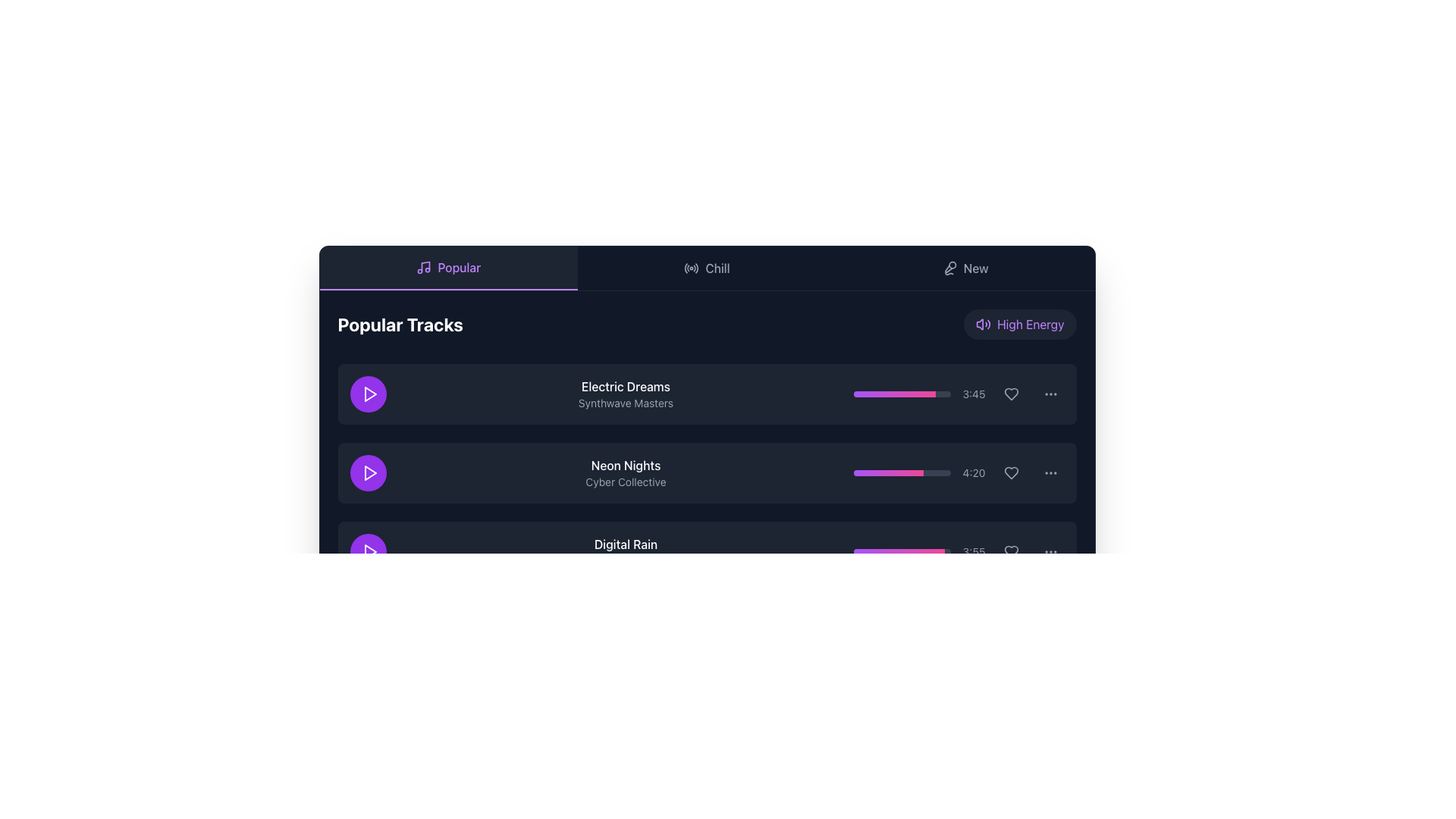  I want to click on progress, so click(894, 472).